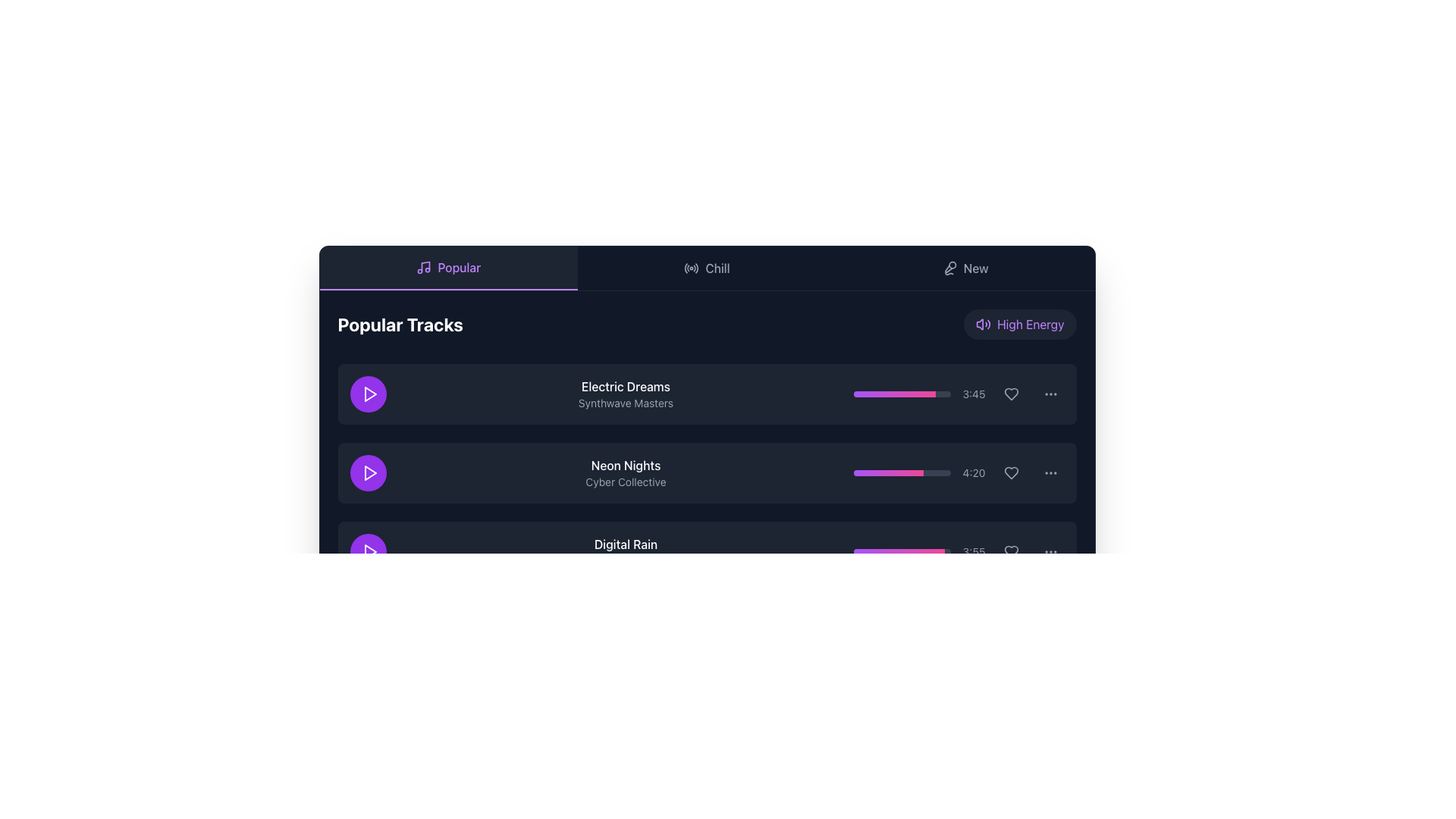  I want to click on progress, so click(894, 472).